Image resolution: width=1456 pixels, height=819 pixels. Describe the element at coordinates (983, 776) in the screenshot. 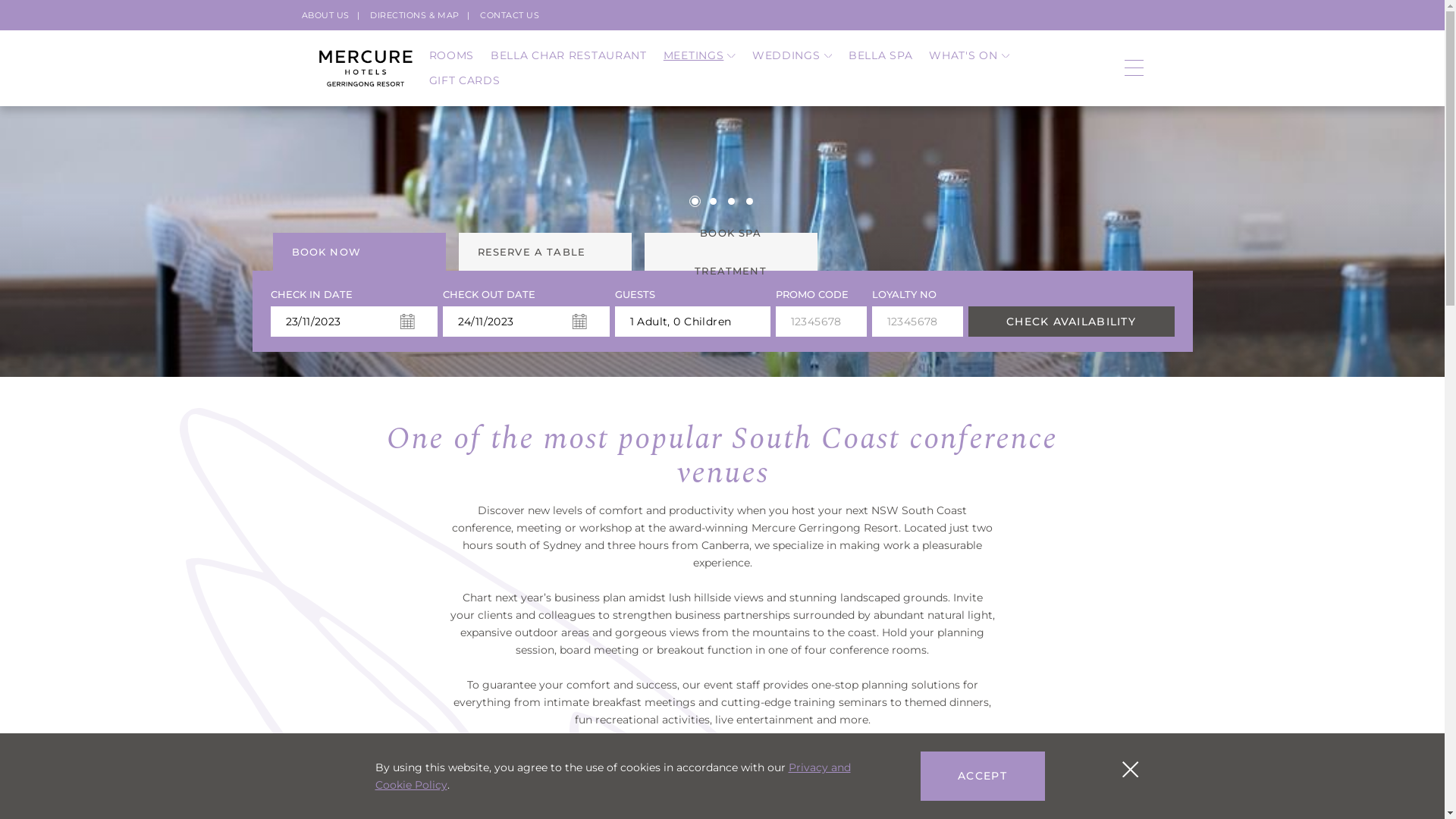

I see `'ACCEPT'` at that location.